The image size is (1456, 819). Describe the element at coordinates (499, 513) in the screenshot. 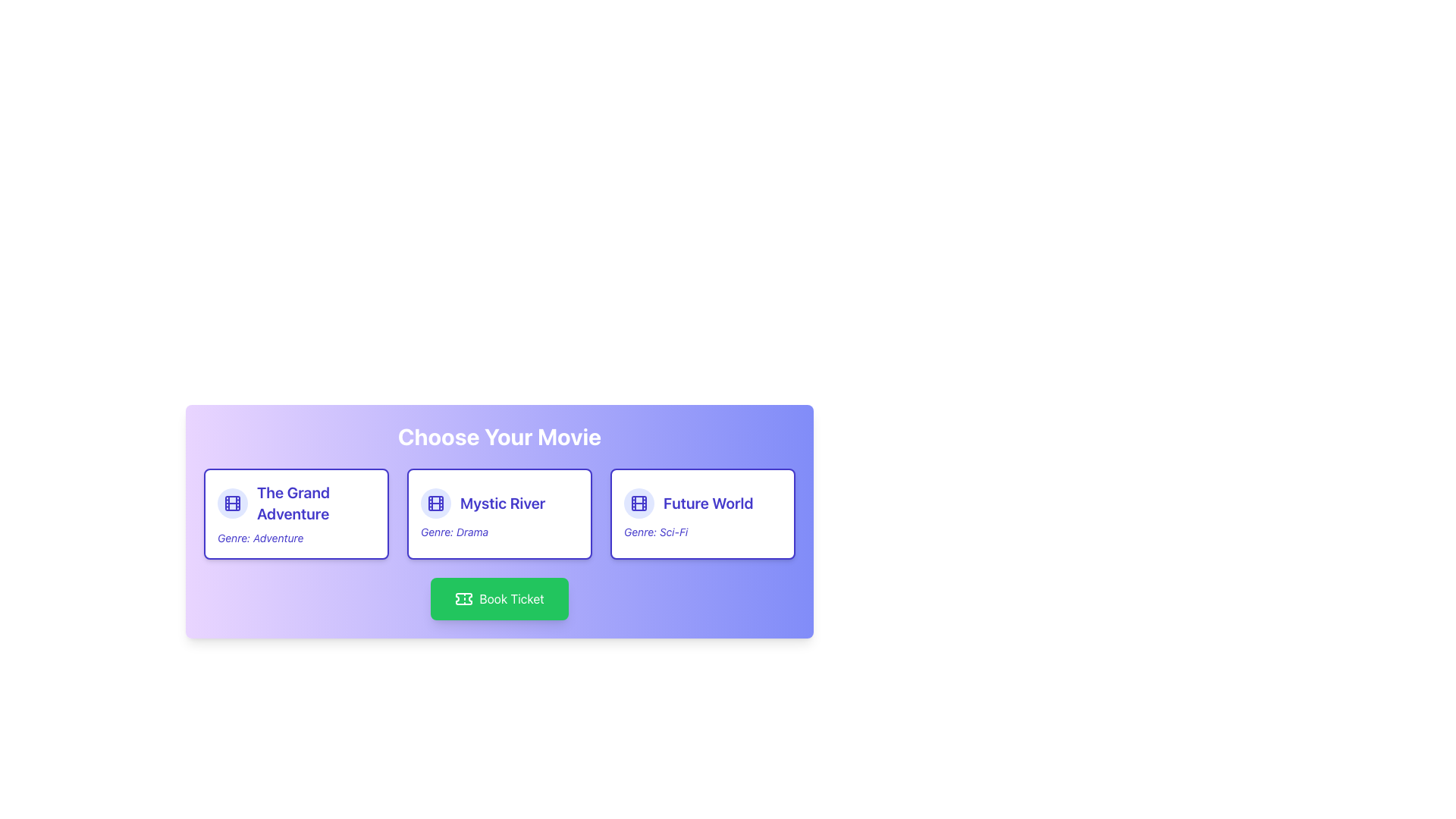

I see `the interactive button representing the movie selection card for 'Mystic River', which is the second card in a horizontal list positioned between 'The Grand Adventure' and 'Future World'` at that location.